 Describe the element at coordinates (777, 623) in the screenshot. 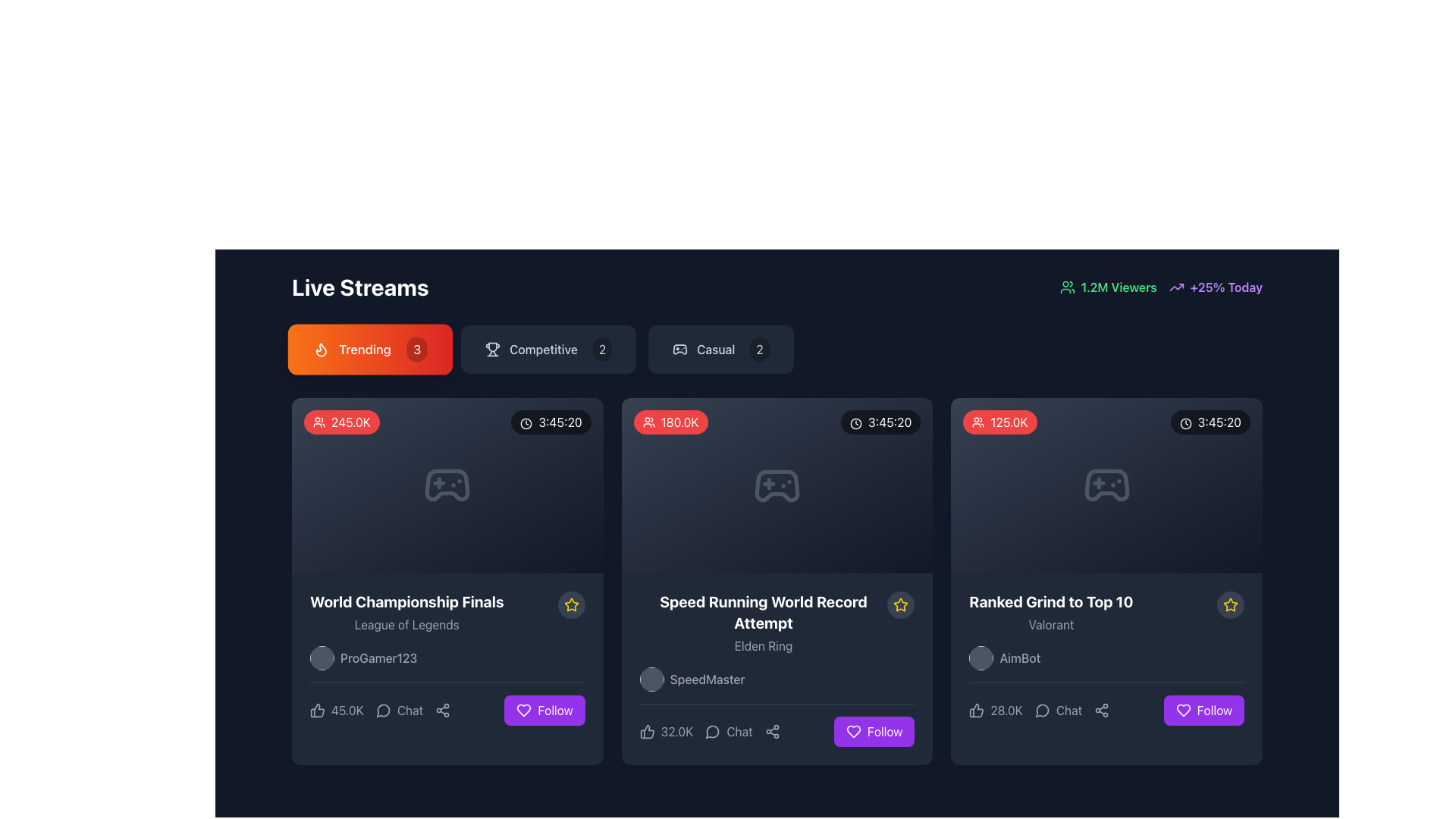

I see `the text-based display element that features the bold title 'Speed Running World Record Attempt' and the smaller subtitle 'Elden Ring', positioned in the central card of a three-card layout` at that location.